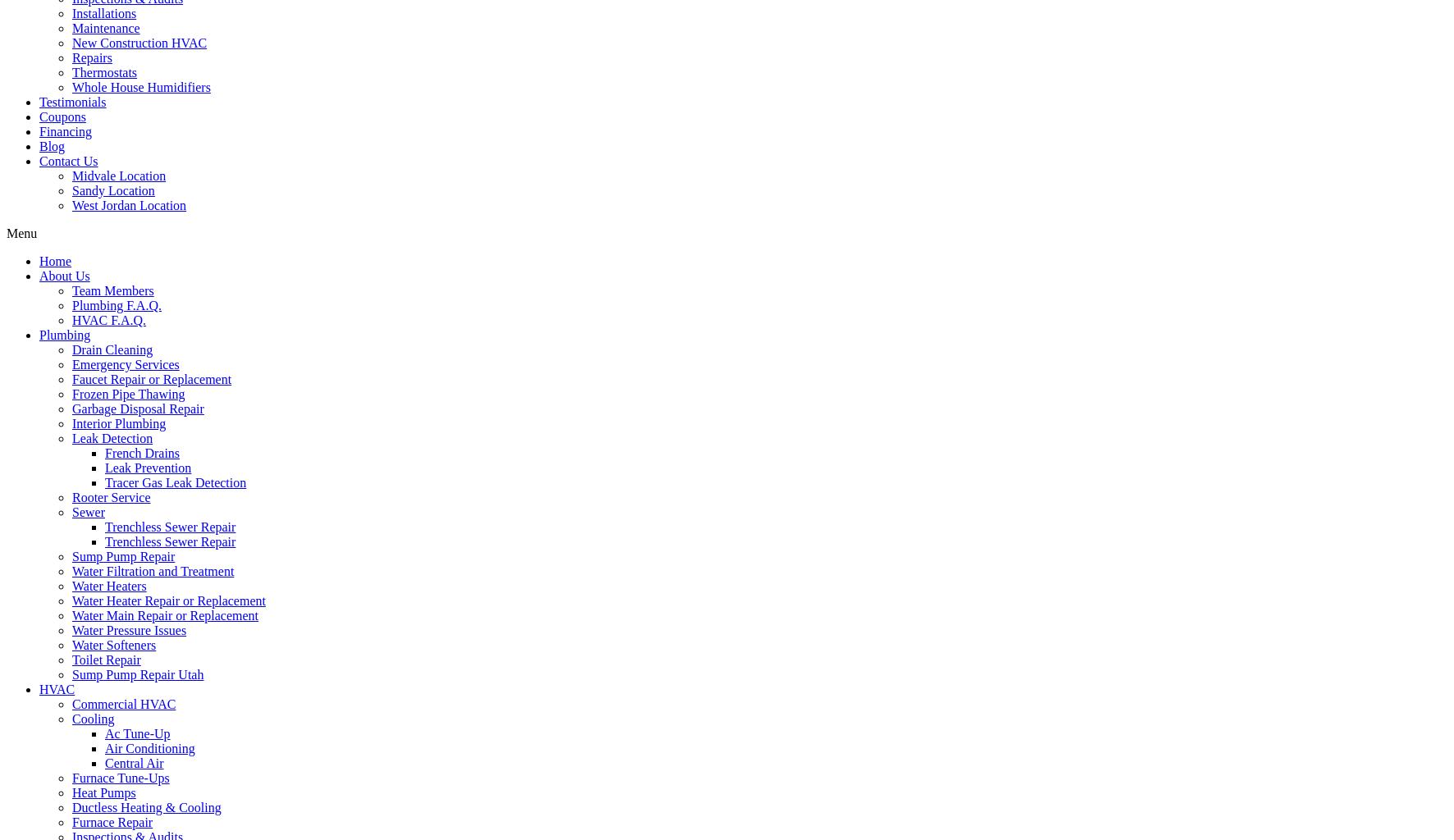  What do you see at coordinates (129, 628) in the screenshot?
I see `'Water Pressure Issues'` at bounding box center [129, 628].